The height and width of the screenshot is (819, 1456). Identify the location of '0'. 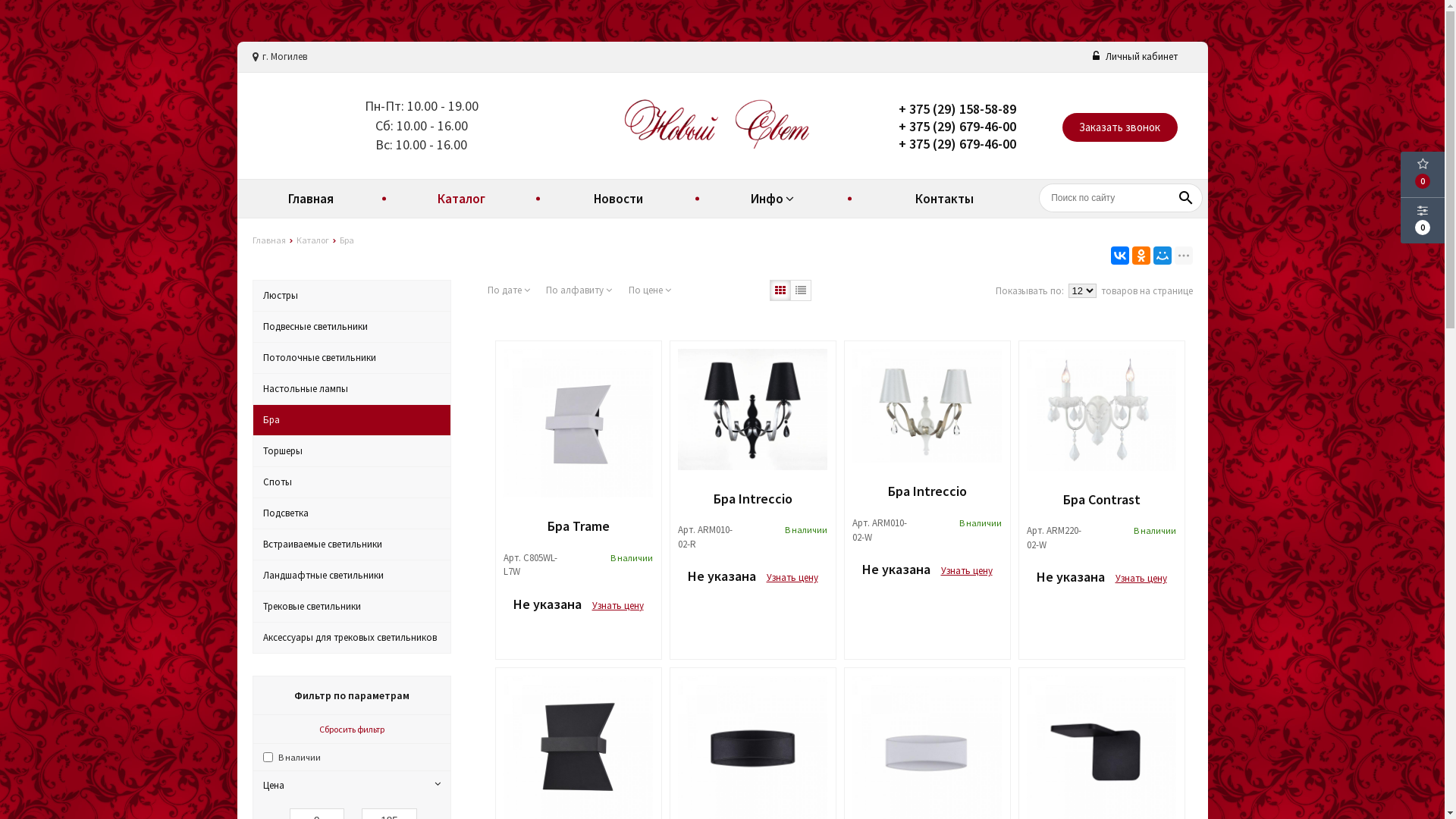
(1400, 220).